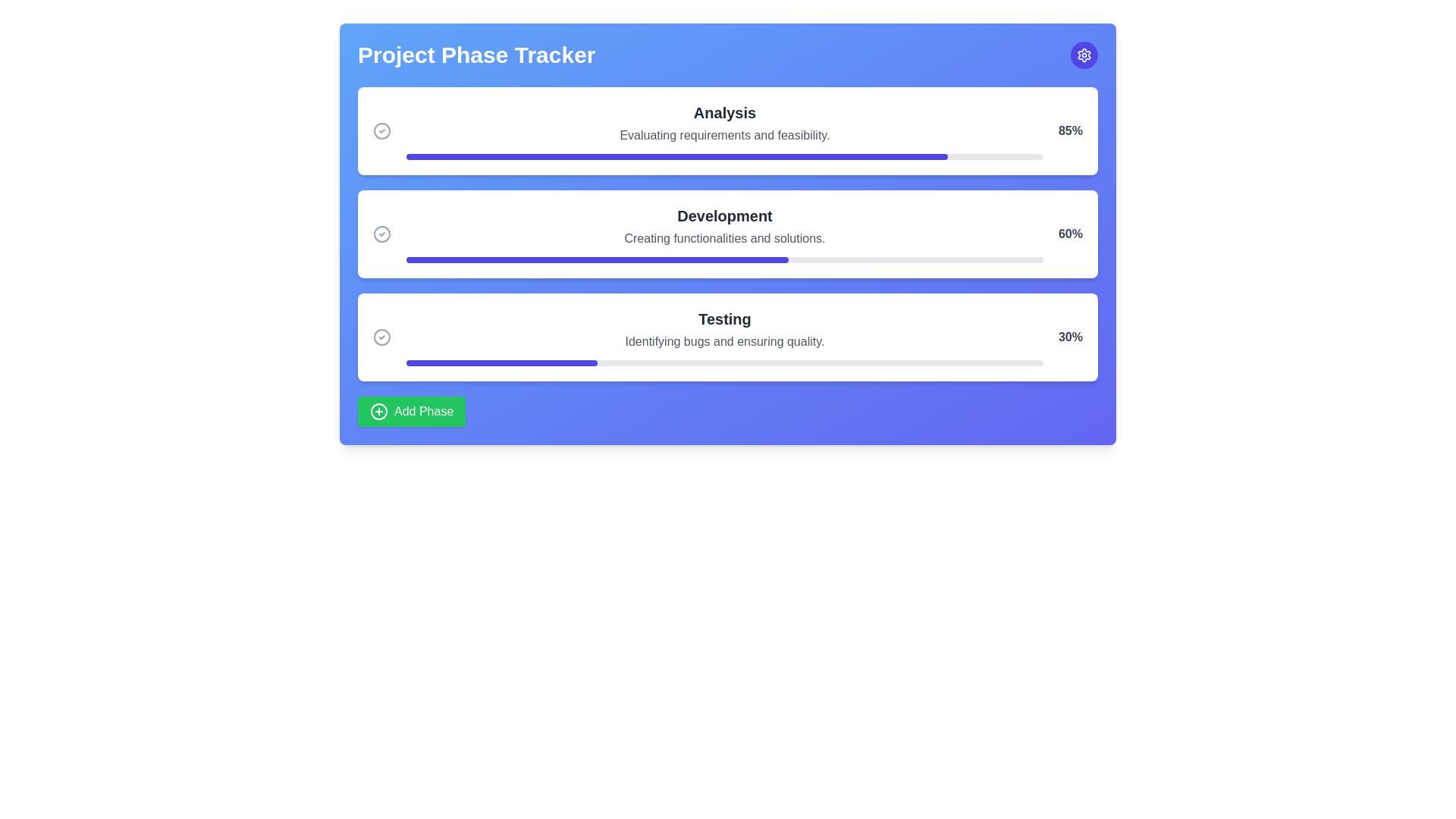  What do you see at coordinates (723, 259) in the screenshot?
I see `the Progress bar indicating 60% completion, located below the text 'Creating functionalities and solutions.' in the 'Development' section` at bounding box center [723, 259].